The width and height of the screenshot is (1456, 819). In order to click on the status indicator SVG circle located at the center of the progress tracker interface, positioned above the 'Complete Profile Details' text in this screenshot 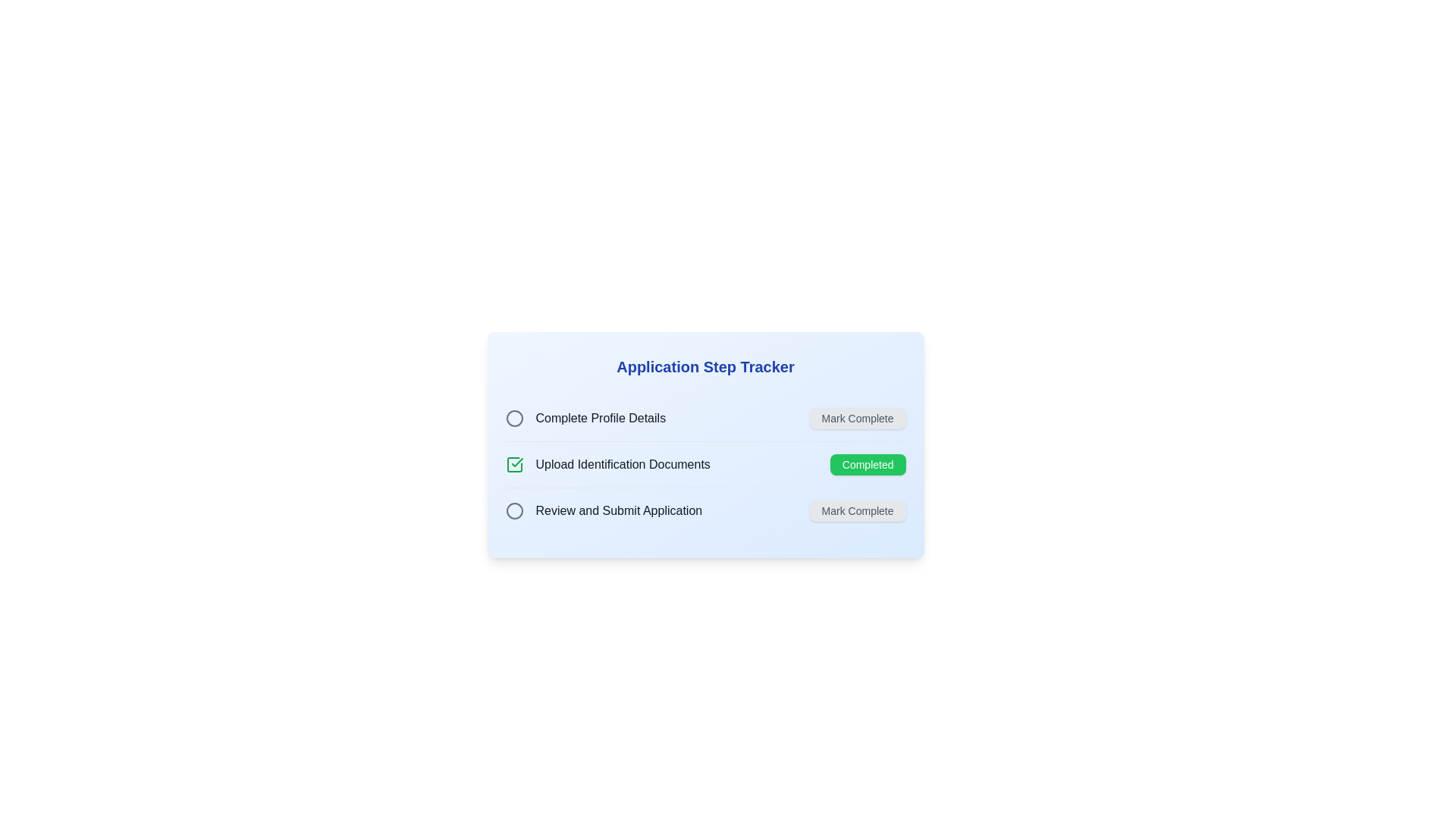, I will do `click(514, 418)`.